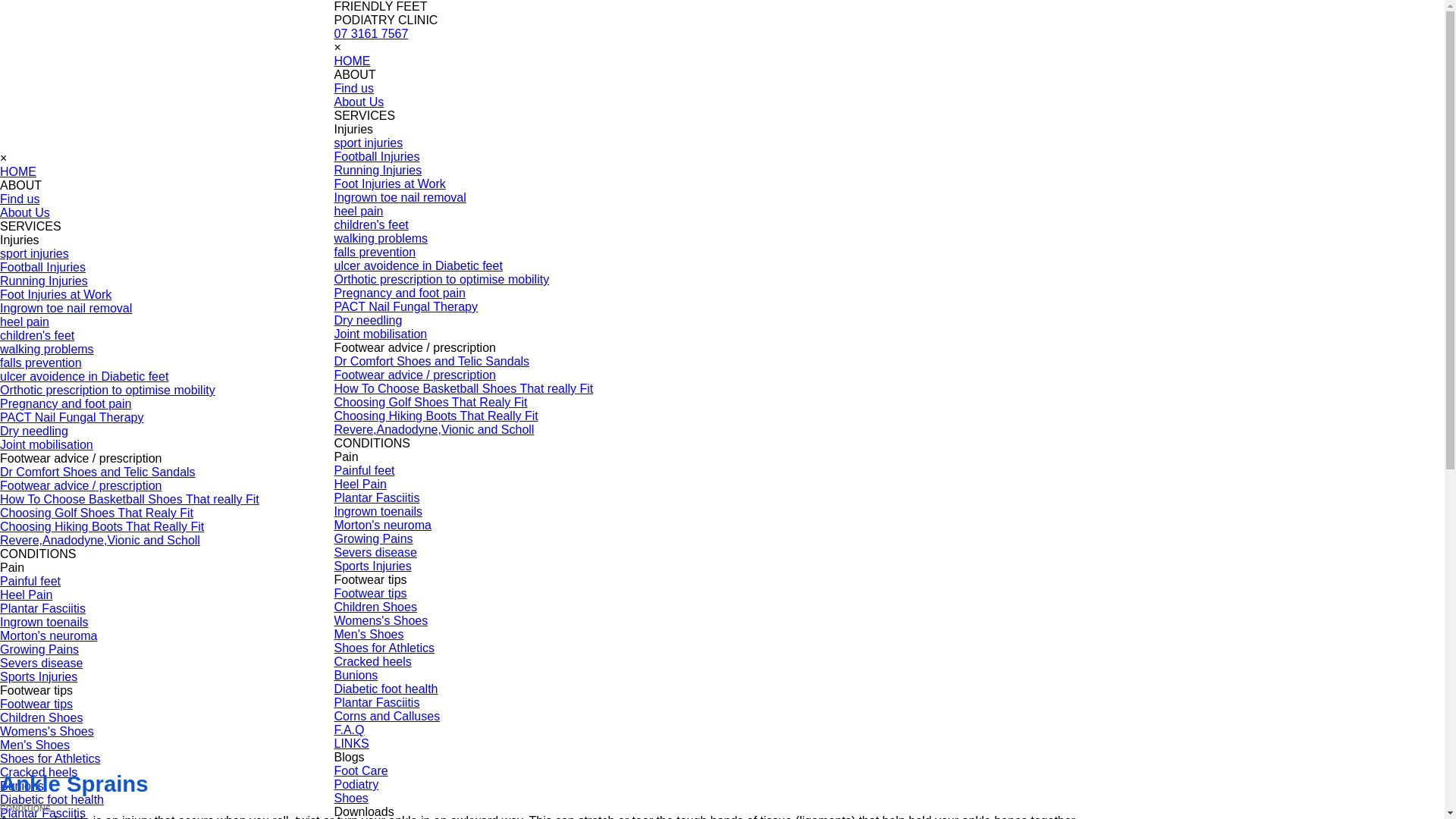  Describe the element at coordinates (386, 716) in the screenshot. I see `'Corns and Calluses'` at that location.